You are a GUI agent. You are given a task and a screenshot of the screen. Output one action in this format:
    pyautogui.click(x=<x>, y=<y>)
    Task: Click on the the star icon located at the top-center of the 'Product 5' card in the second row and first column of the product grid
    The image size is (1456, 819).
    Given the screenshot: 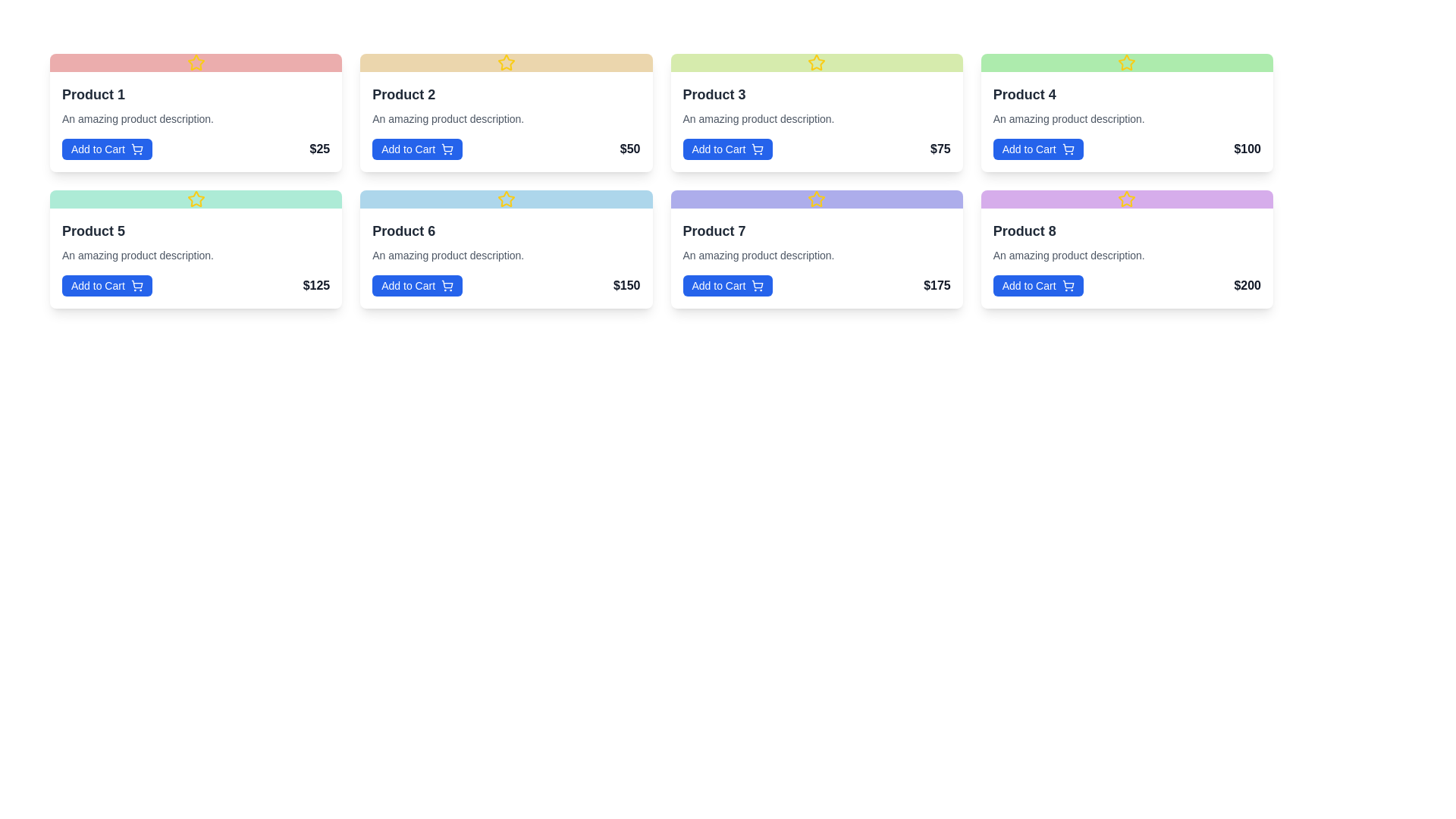 What is the action you would take?
    pyautogui.click(x=195, y=198)
    